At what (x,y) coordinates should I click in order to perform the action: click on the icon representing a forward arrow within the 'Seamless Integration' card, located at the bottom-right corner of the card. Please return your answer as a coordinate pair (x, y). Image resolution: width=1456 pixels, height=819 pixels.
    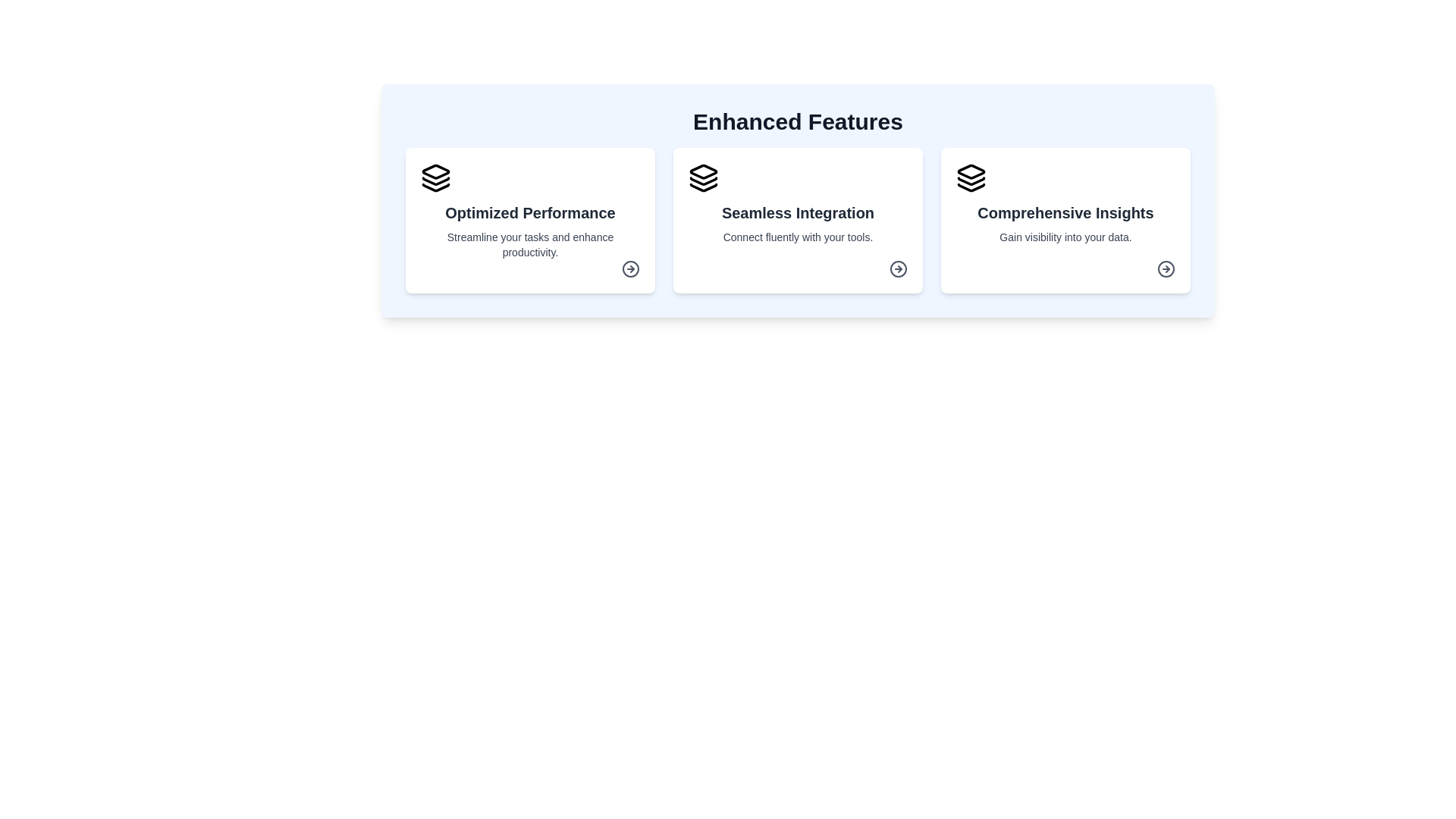
    Looking at the image, I should click on (899, 268).